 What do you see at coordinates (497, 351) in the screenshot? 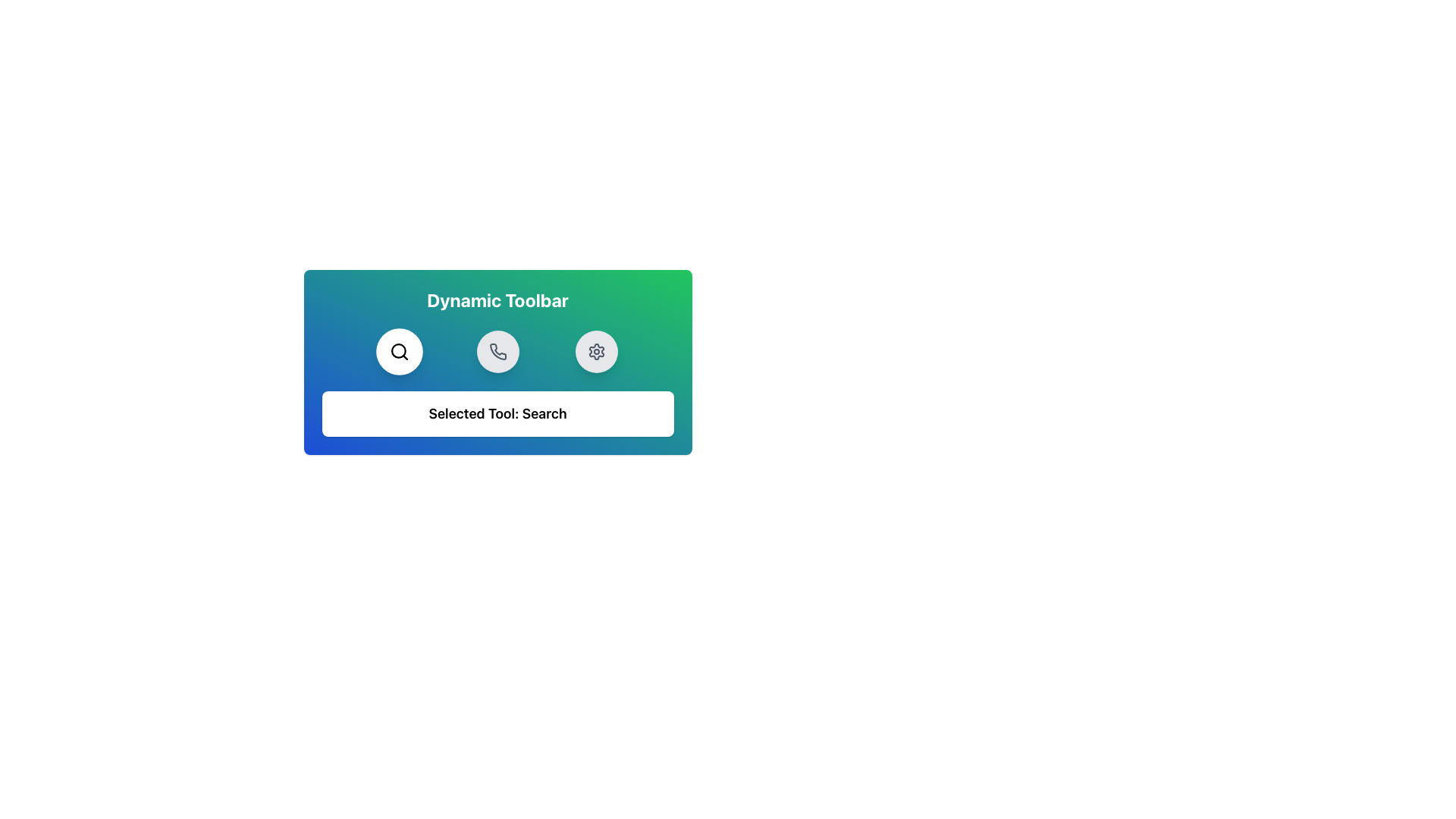
I see `on the circular button with a gray background and phone icon, which is the second button in a horizontal row of three buttons in the 'Dynamic Toolbar'` at bounding box center [497, 351].